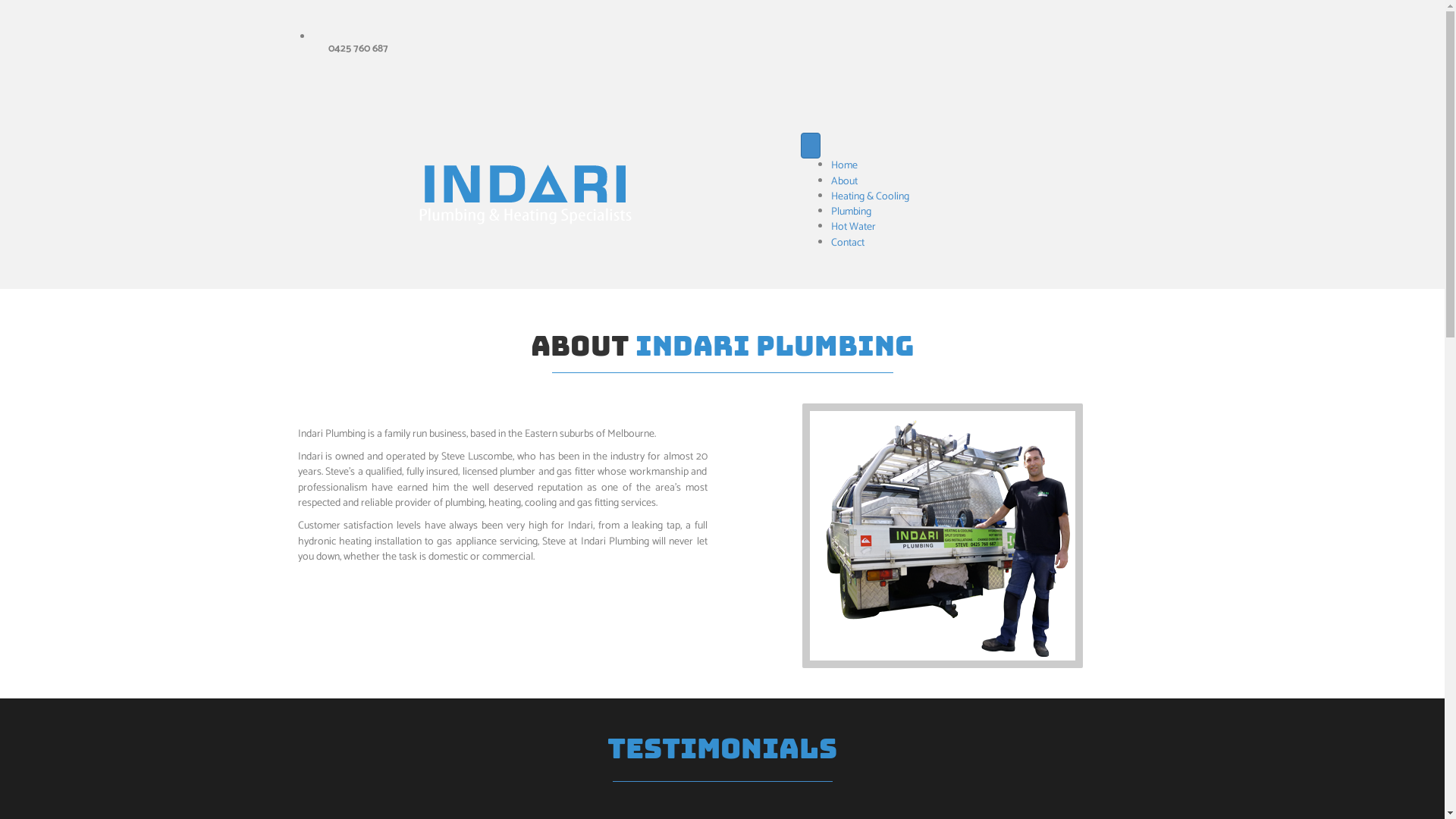 The width and height of the screenshot is (1456, 819). I want to click on 'Contact', so click(847, 242).